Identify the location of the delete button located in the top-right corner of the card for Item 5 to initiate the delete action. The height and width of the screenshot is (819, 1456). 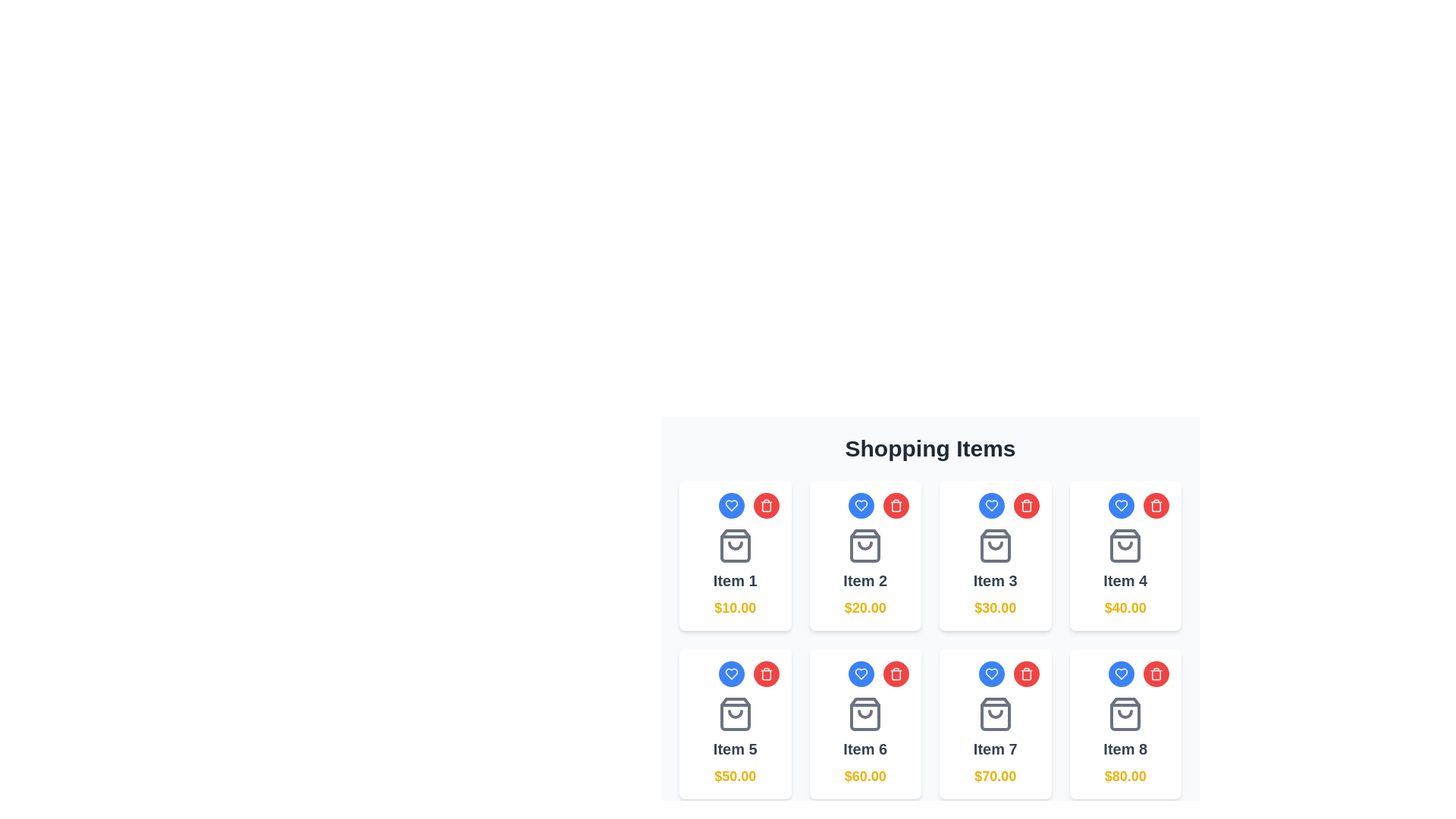
(766, 673).